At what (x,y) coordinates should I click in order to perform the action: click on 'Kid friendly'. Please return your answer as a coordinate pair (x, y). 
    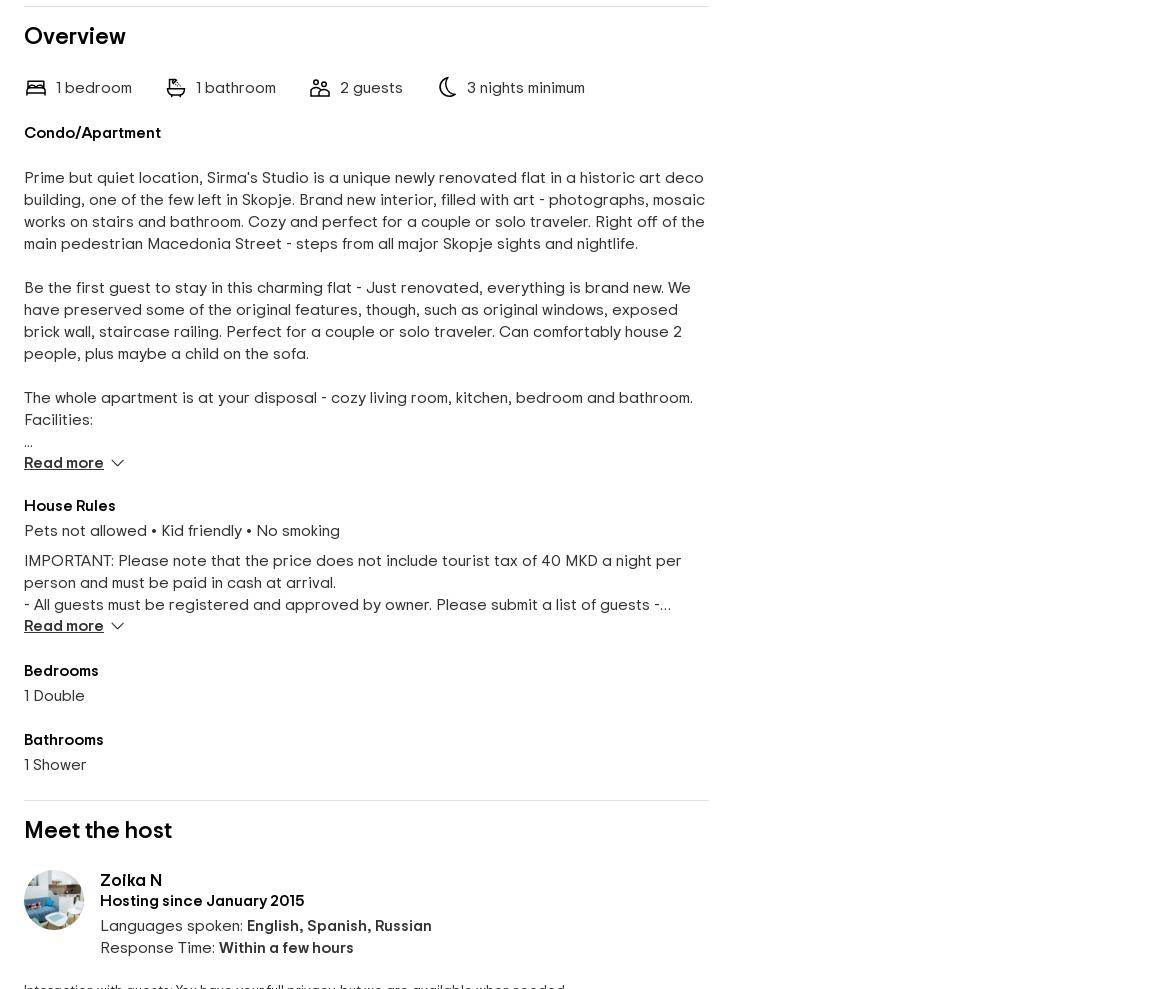
    Looking at the image, I should click on (200, 530).